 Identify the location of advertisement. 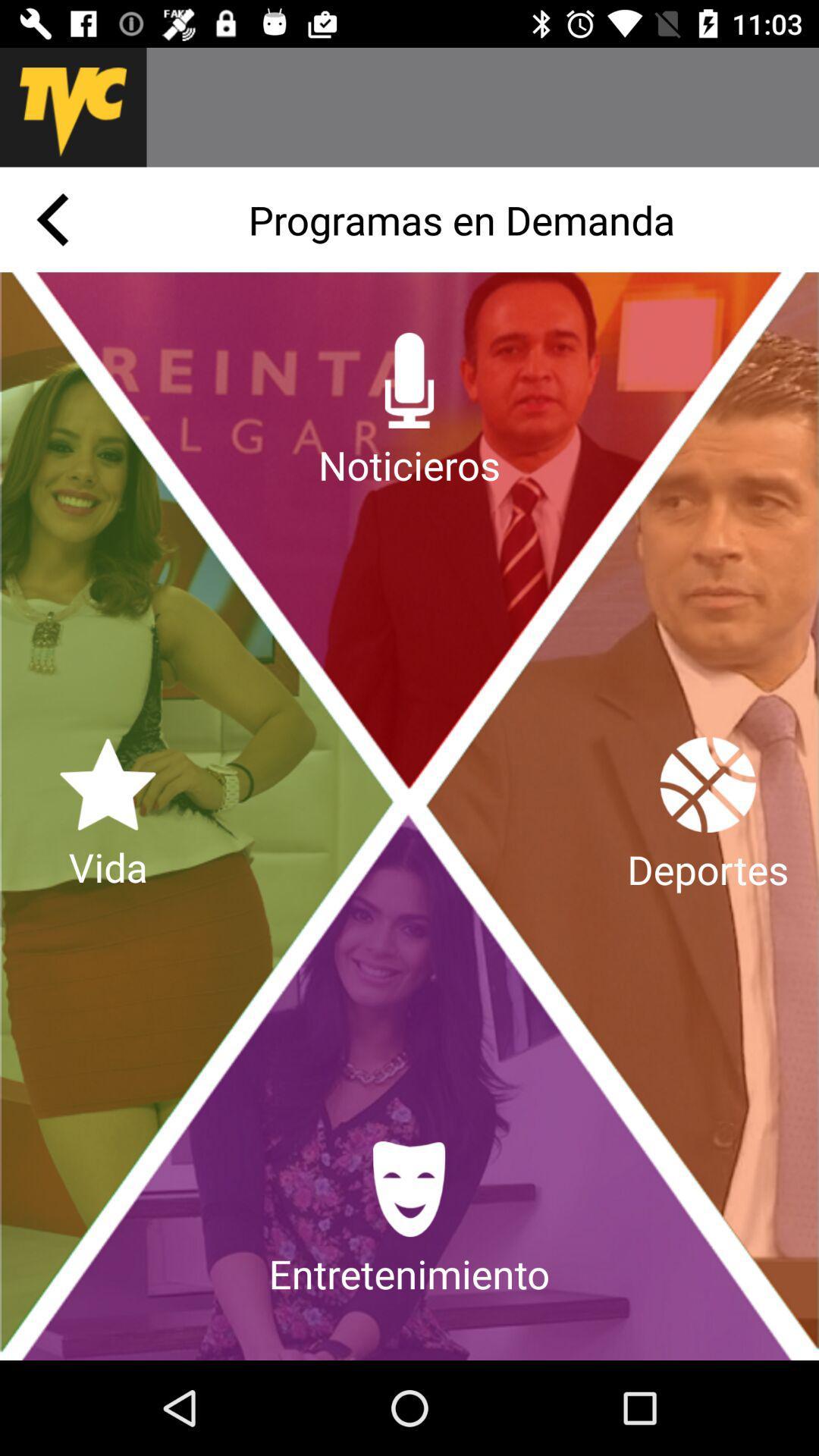
(482, 106).